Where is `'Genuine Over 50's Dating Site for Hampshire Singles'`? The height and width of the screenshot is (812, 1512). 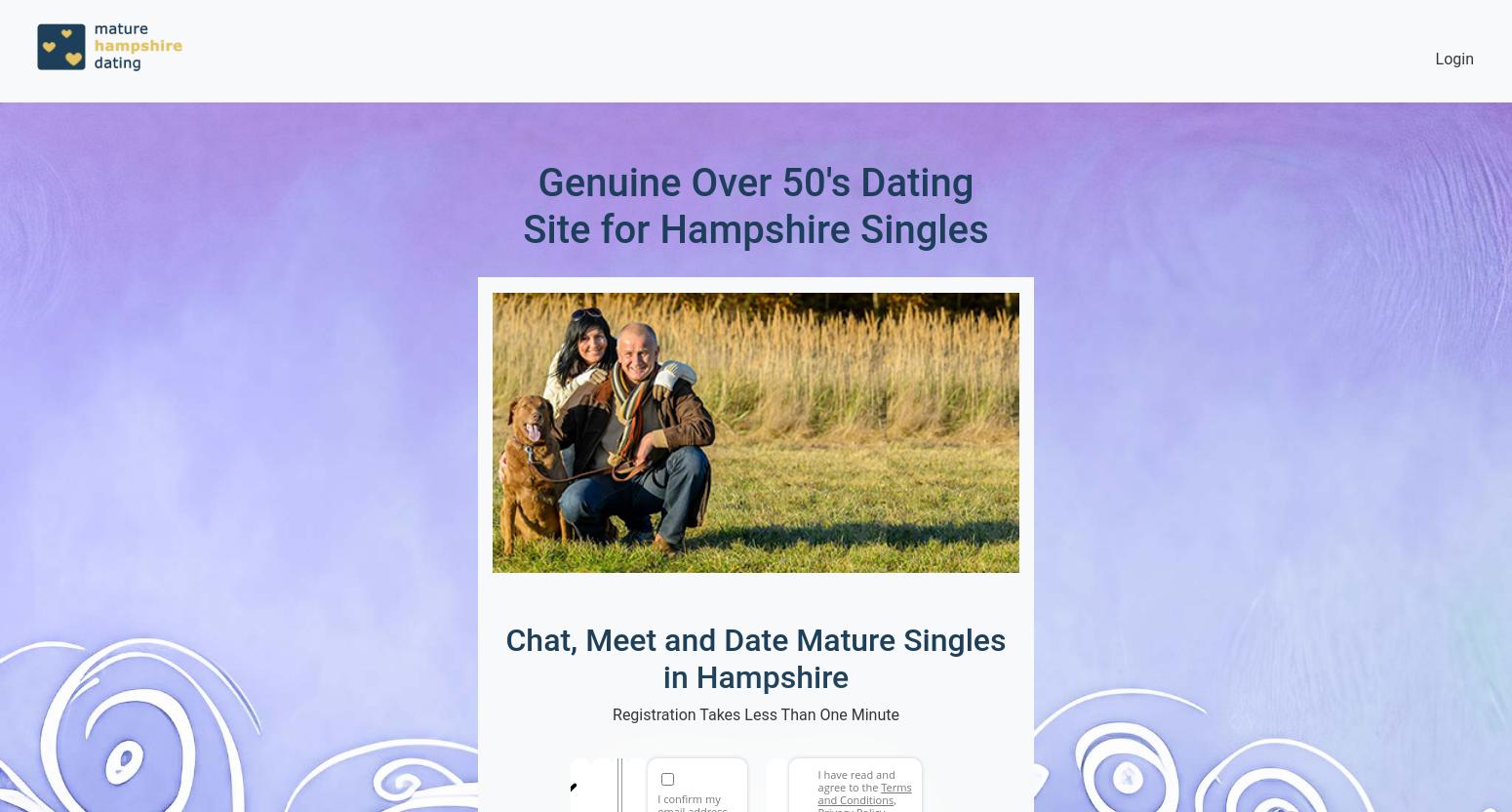
'Genuine Over 50's Dating Site for Hampshire Singles' is located at coordinates (521, 206).